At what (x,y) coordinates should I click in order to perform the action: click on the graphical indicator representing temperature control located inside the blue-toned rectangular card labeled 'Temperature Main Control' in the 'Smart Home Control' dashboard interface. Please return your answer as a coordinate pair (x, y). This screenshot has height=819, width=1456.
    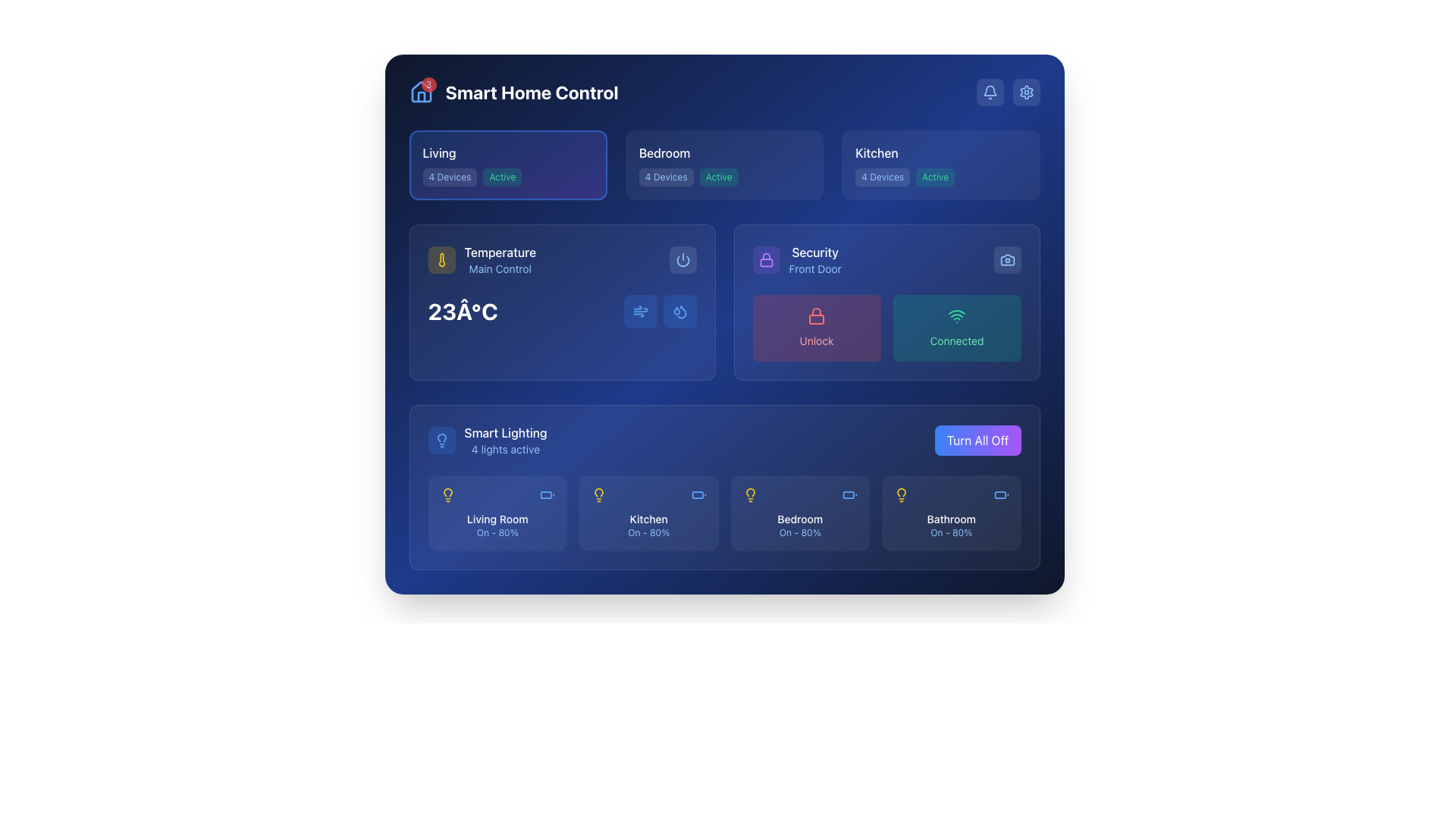
    Looking at the image, I should click on (679, 311).